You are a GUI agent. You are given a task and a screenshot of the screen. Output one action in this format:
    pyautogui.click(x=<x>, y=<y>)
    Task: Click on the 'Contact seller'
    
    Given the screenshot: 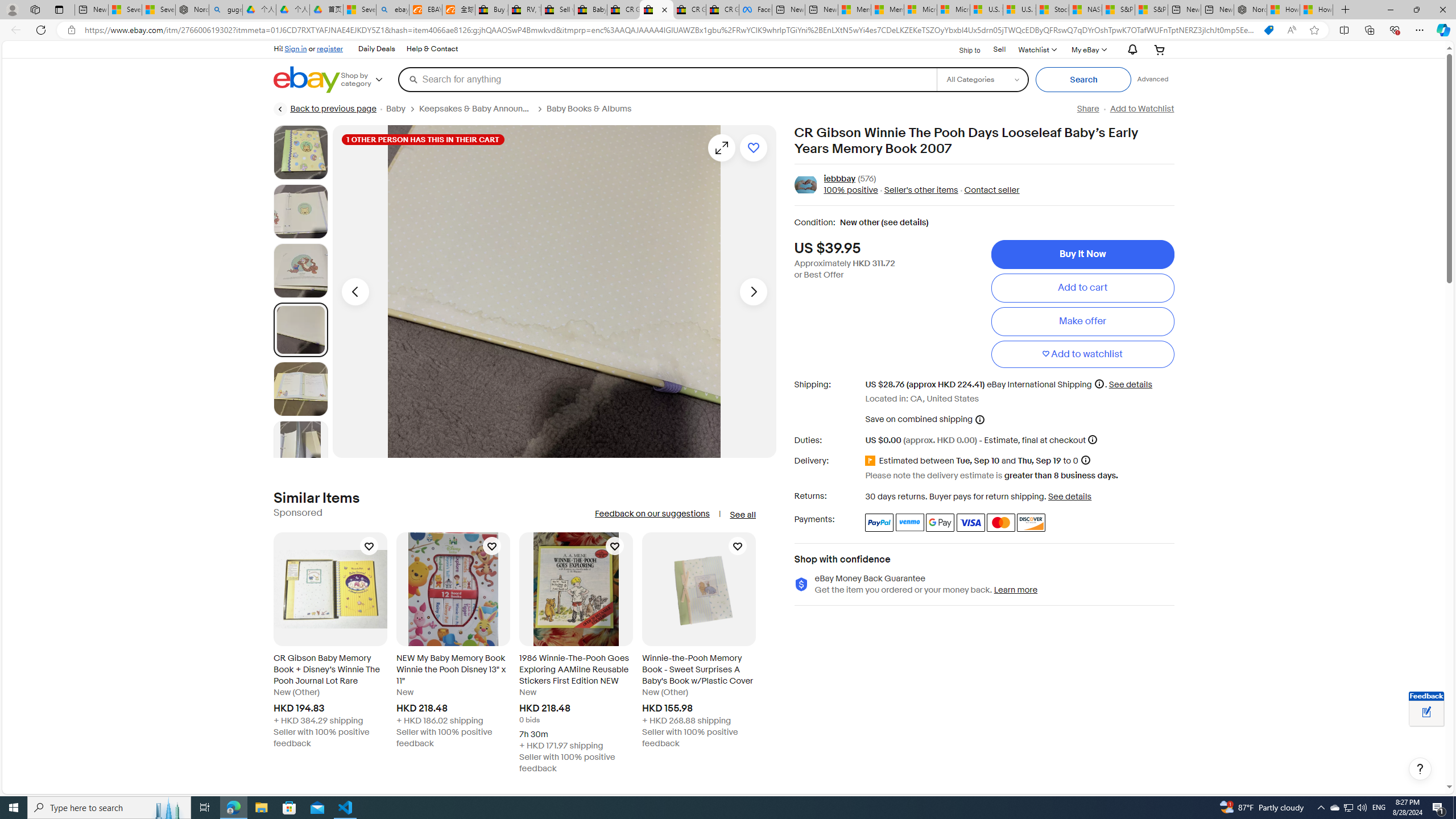 What is the action you would take?
    pyautogui.click(x=991, y=190)
    